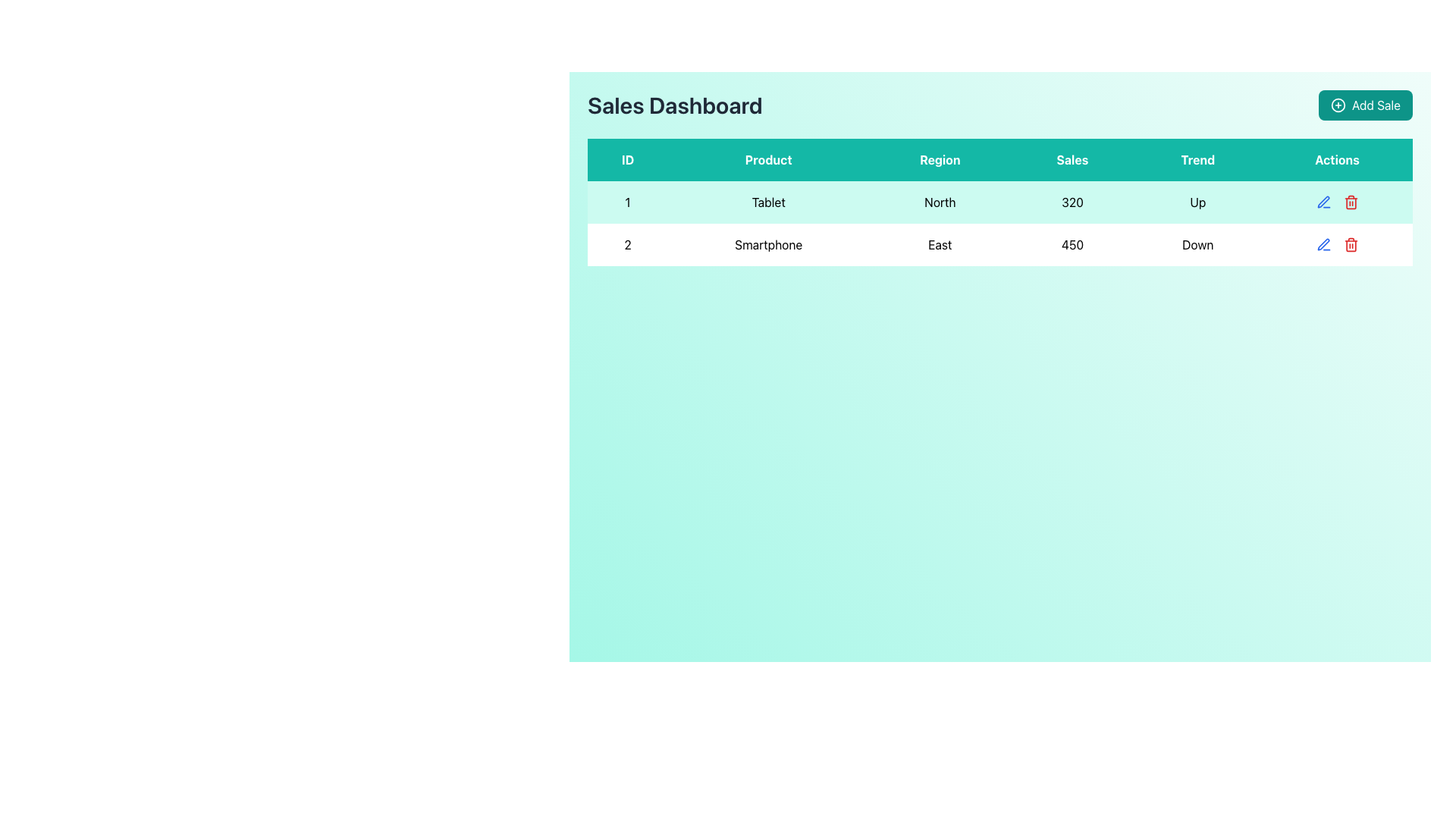 This screenshot has height=819, width=1456. I want to click on the Text Display element representing the product name 'Smartphone' located in the second row, second column of a data table, so click(768, 244).